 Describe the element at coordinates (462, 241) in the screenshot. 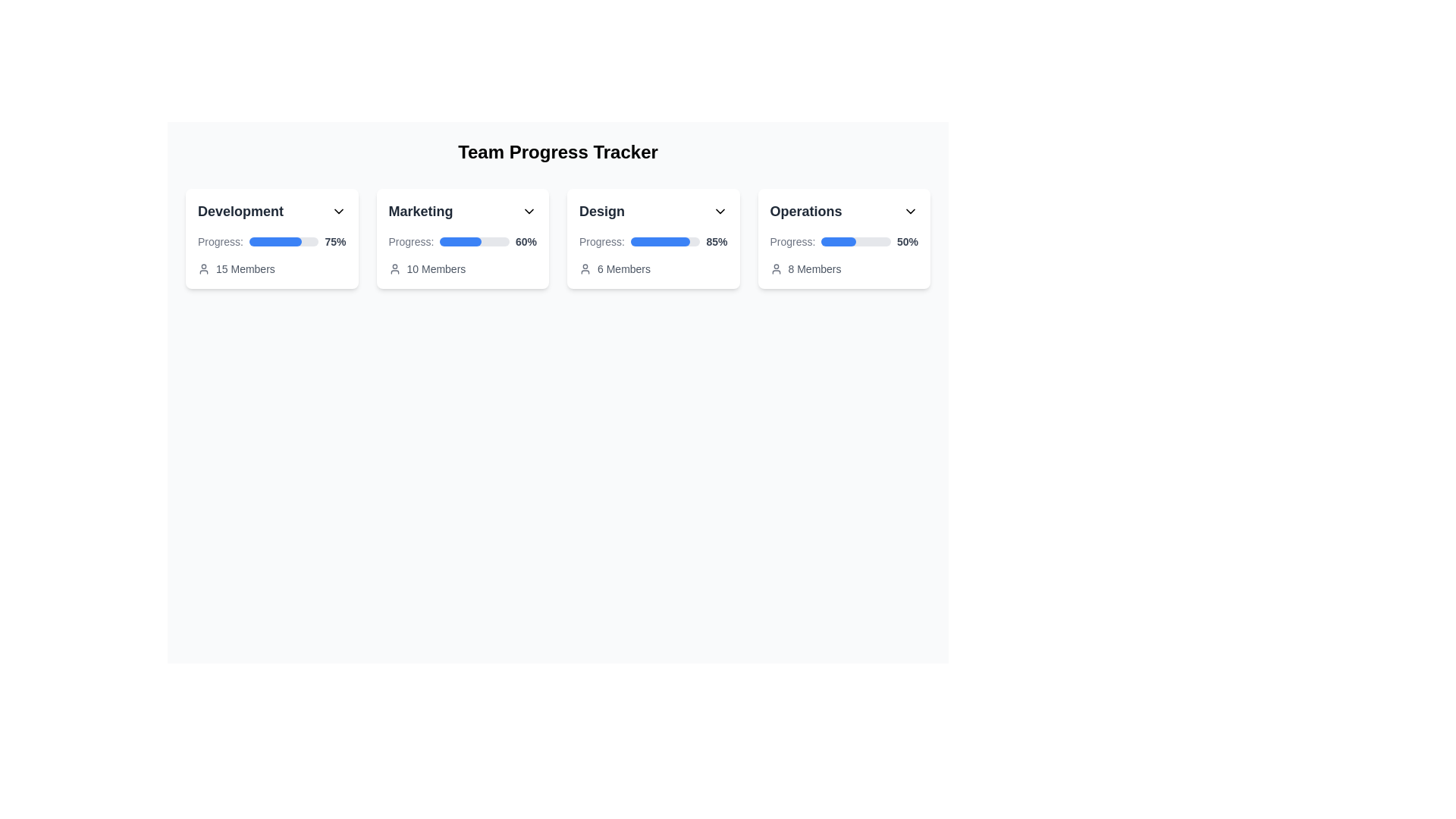

I see `the progress bar of the 'Progress:' indicator within the 'Marketing' card to interact with the progress value` at that location.